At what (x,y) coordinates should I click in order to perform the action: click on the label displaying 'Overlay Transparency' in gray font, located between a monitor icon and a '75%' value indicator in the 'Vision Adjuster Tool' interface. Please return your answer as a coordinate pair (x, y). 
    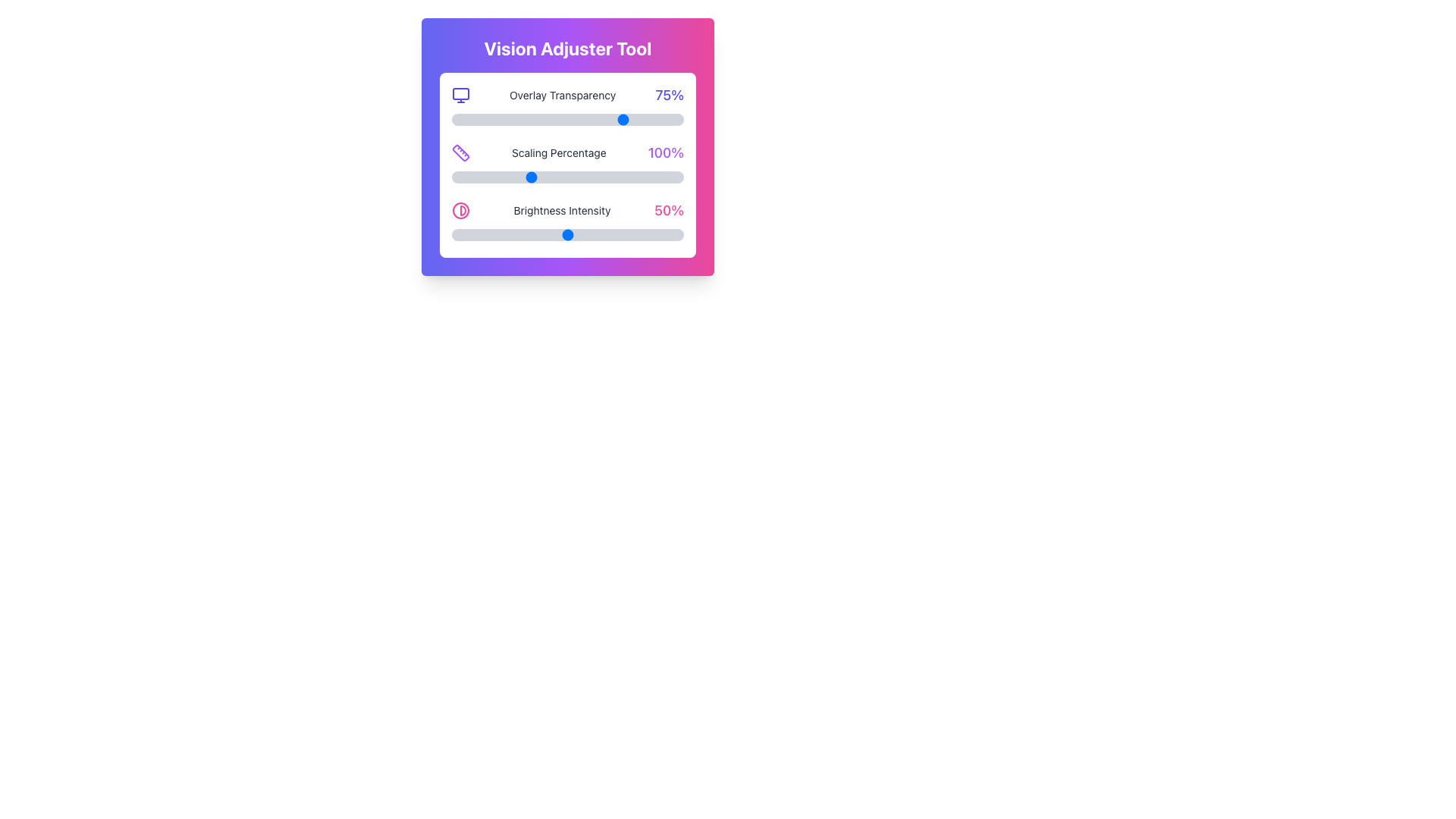
    Looking at the image, I should click on (562, 96).